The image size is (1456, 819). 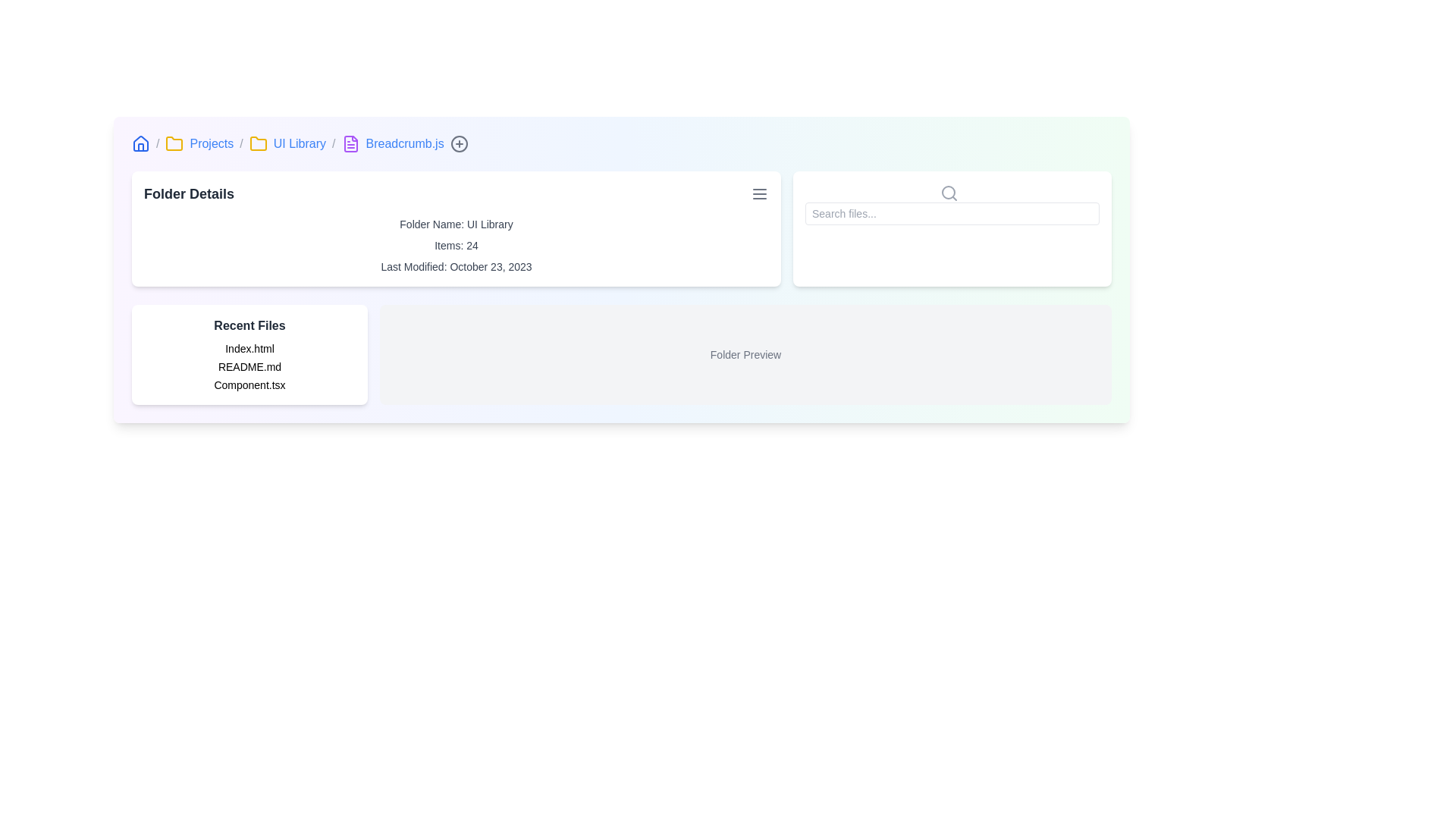 What do you see at coordinates (249, 384) in the screenshot?
I see `the text label representing the file name 'Component.tsx' in the recent files section` at bounding box center [249, 384].